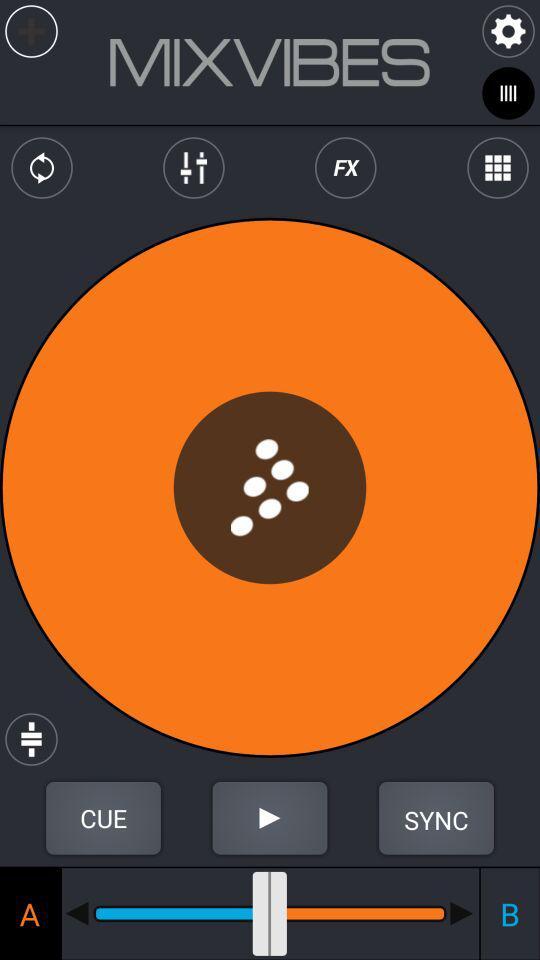 This screenshot has width=540, height=960. What do you see at coordinates (103, 818) in the screenshot?
I see `the item above a item` at bounding box center [103, 818].